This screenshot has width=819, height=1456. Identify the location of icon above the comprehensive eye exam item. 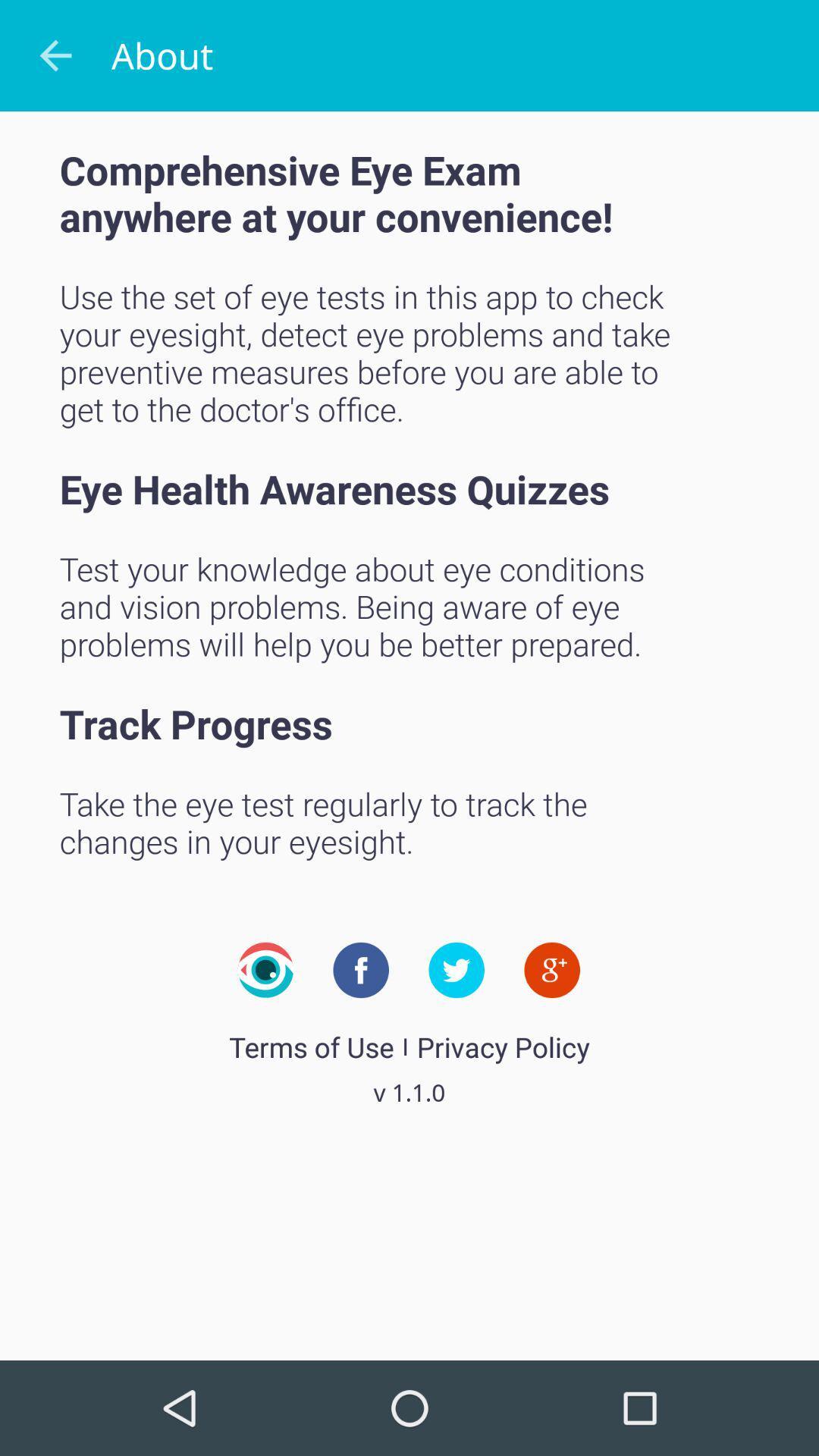
(55, 55).